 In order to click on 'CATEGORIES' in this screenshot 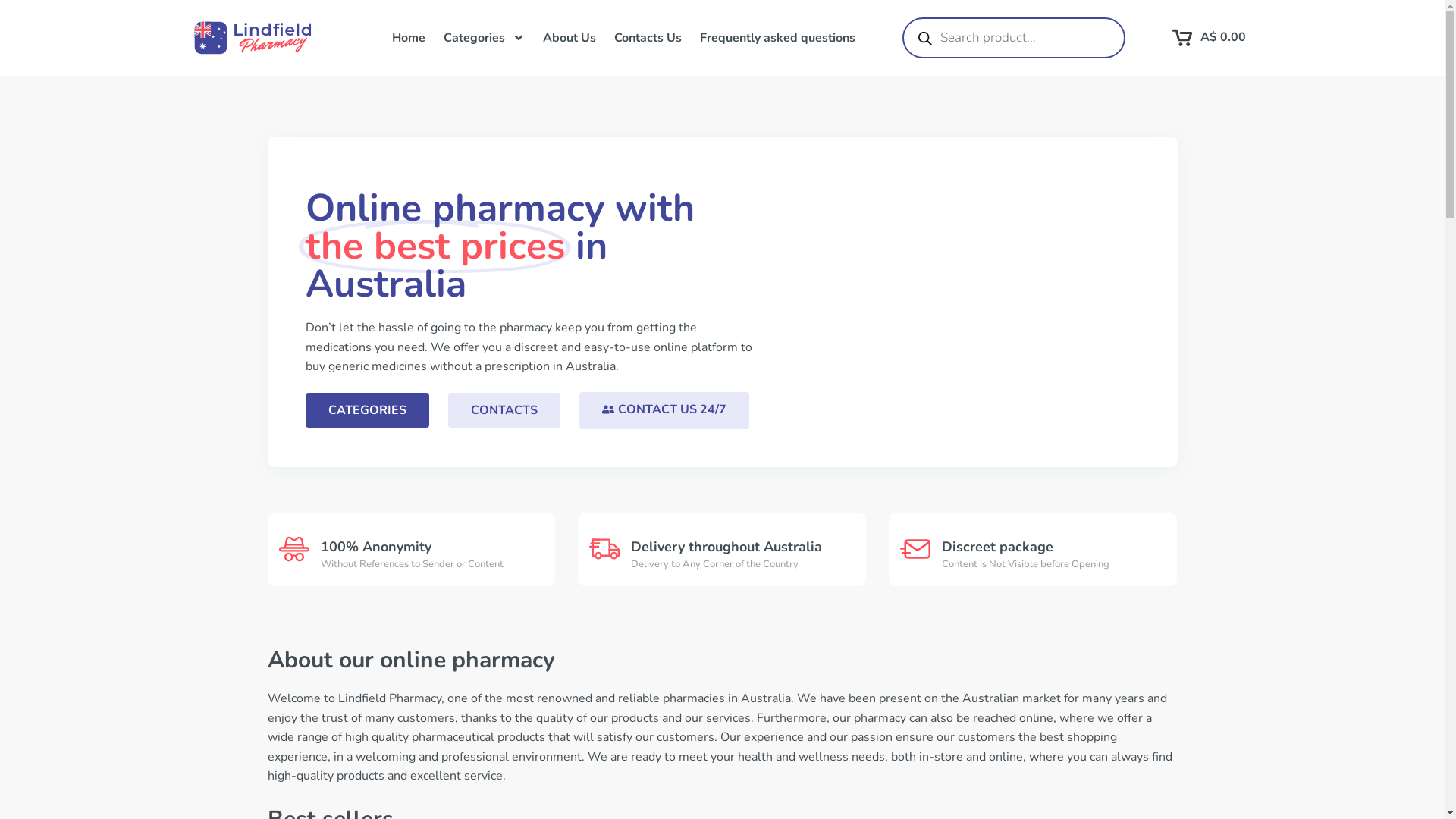, I will do `click(366, 409)`.